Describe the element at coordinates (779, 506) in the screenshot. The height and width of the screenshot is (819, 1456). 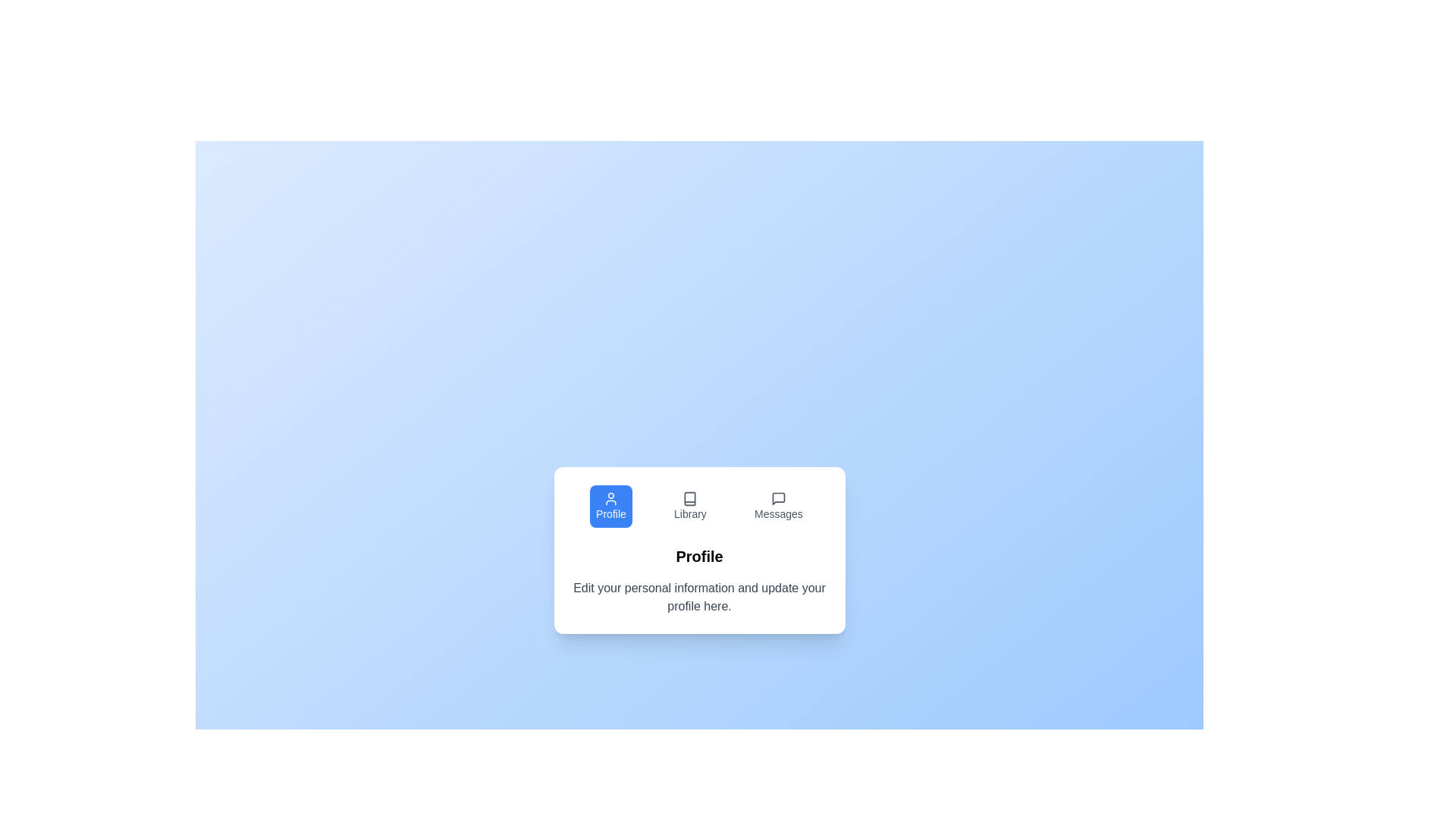
I see `the Messages tab` at that location.